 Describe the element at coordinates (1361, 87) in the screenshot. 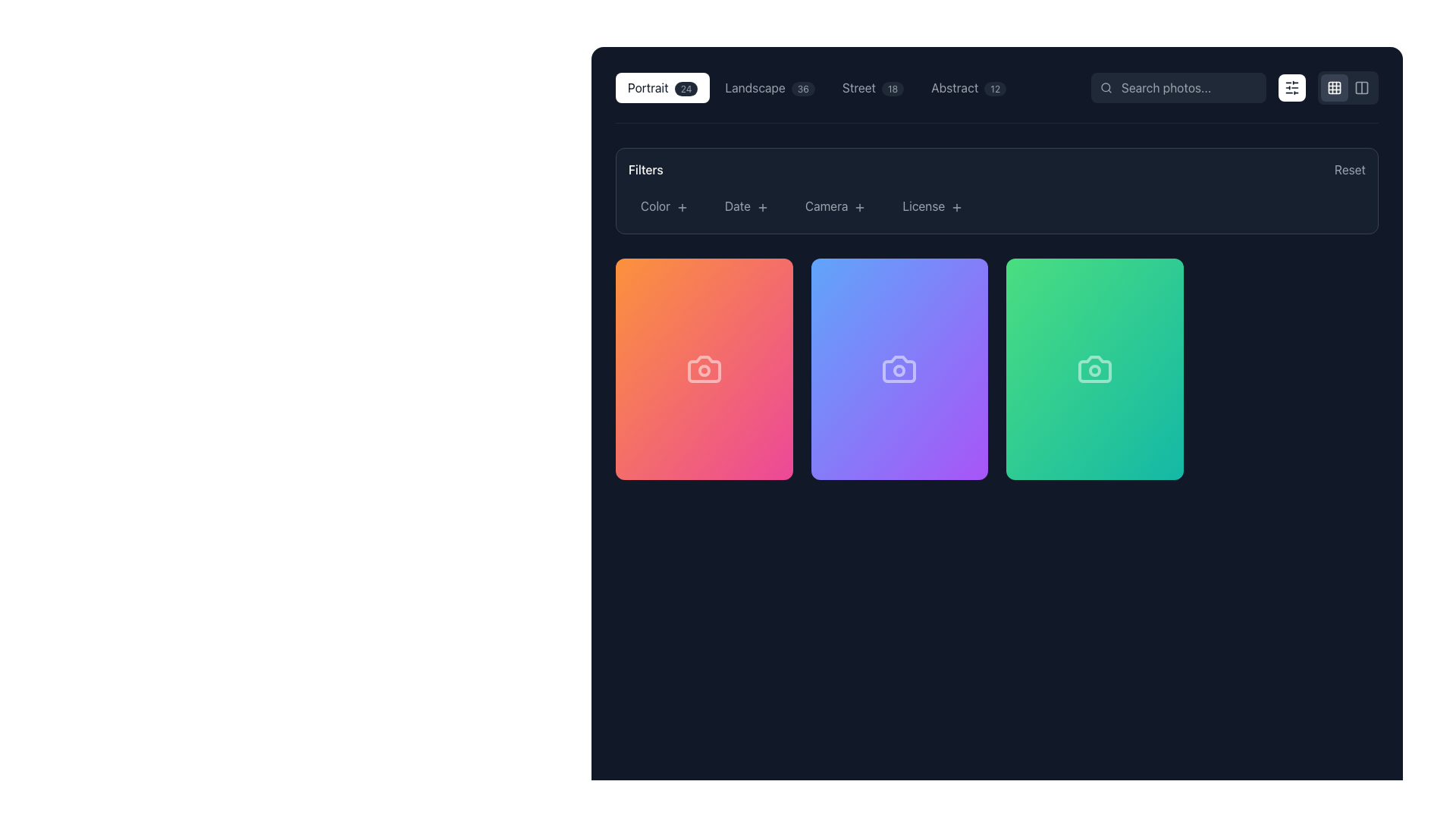

I see `the SVG-based icon in the top-right corner of the interface` at that location.